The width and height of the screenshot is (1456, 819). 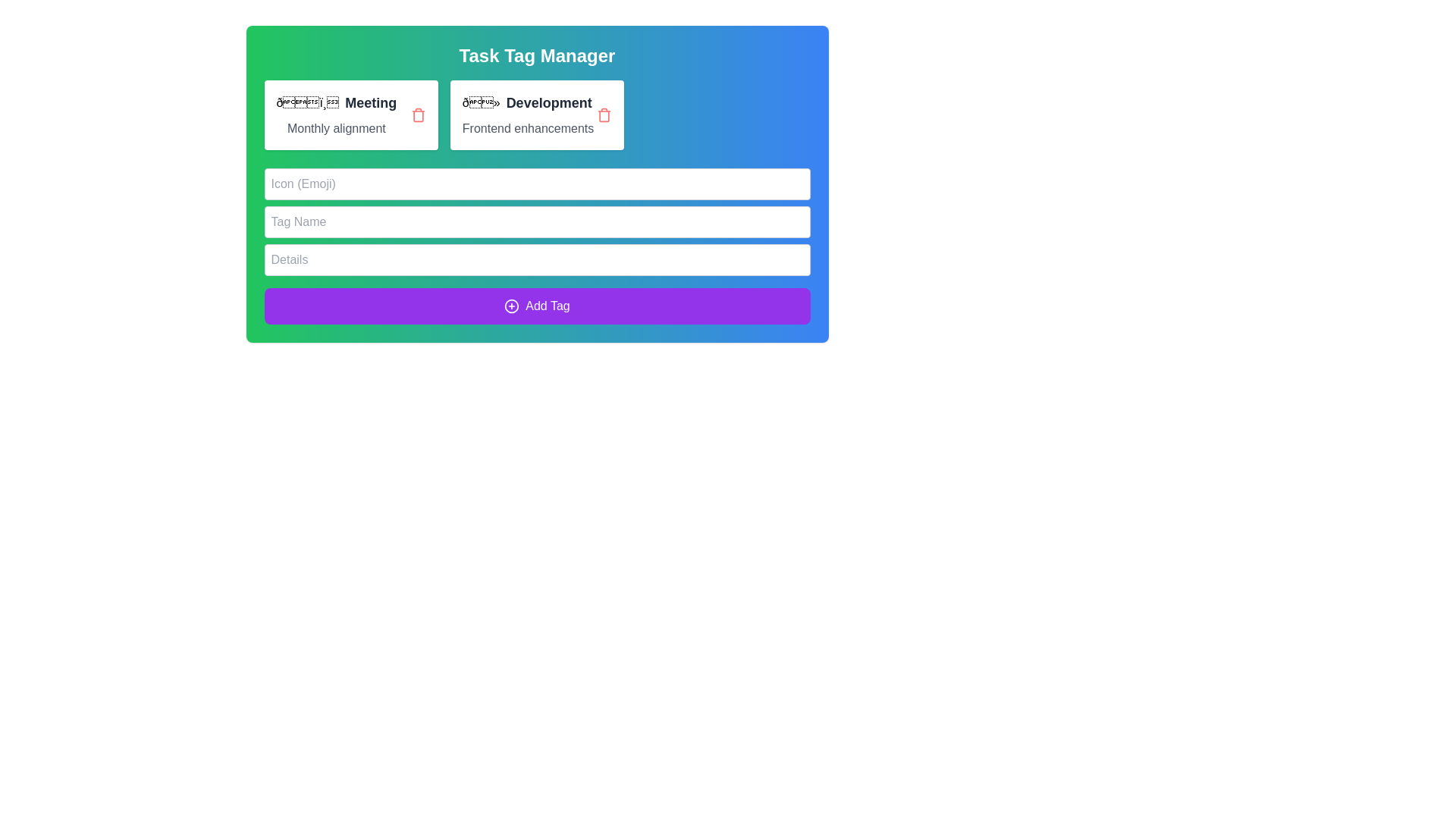 What do you see at coordinates (335, 102) in the screenshot?
I see `the 'Meeting' text element with an icon located in the first white card at the top left of the UI, which has a subtitle 'Monthly alignment'` at bounding box center [335, 102].